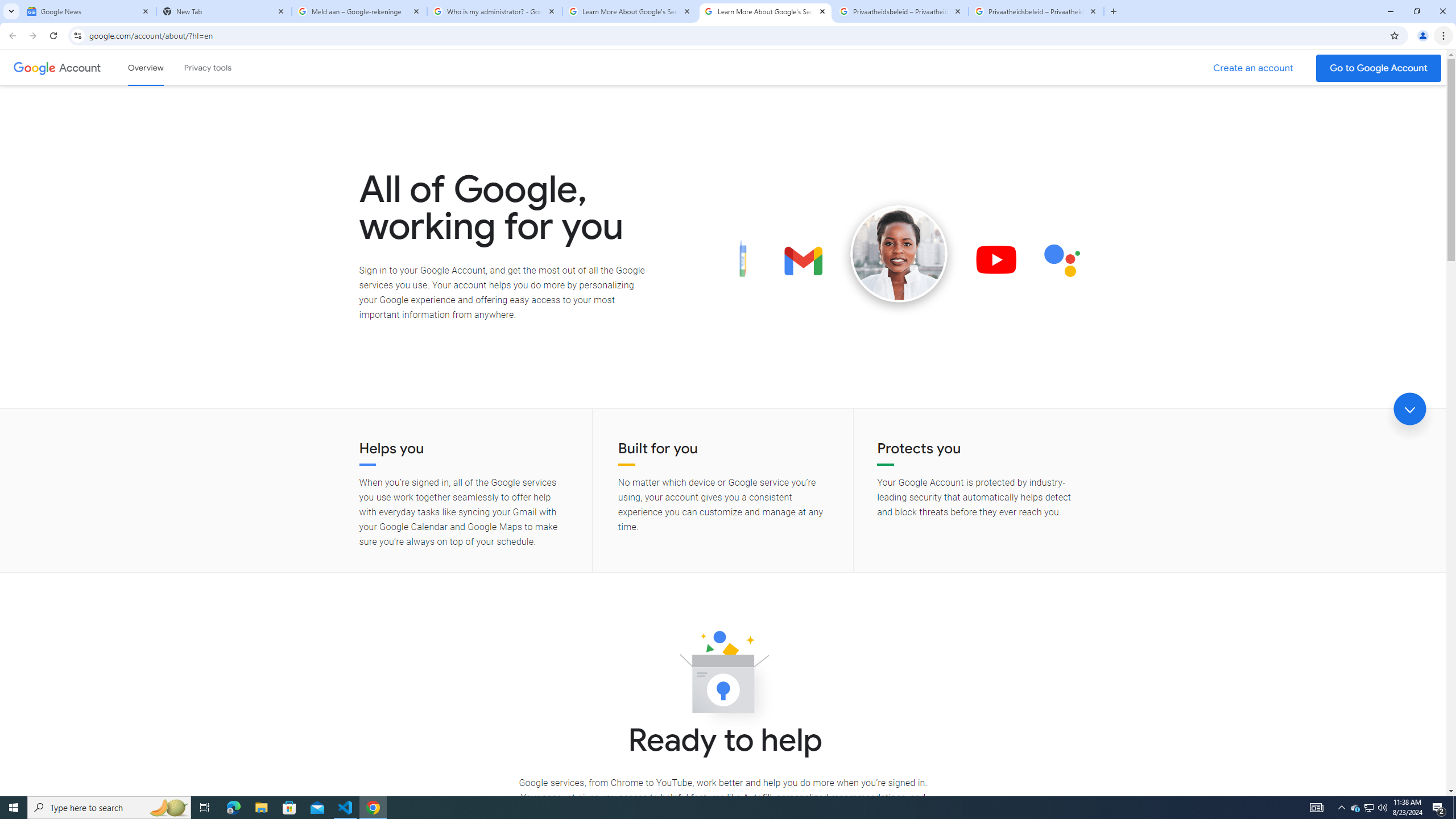 The height and width of the screenshot is (819, 1456). I want to click on 'Minimize', so click(1389, 11).